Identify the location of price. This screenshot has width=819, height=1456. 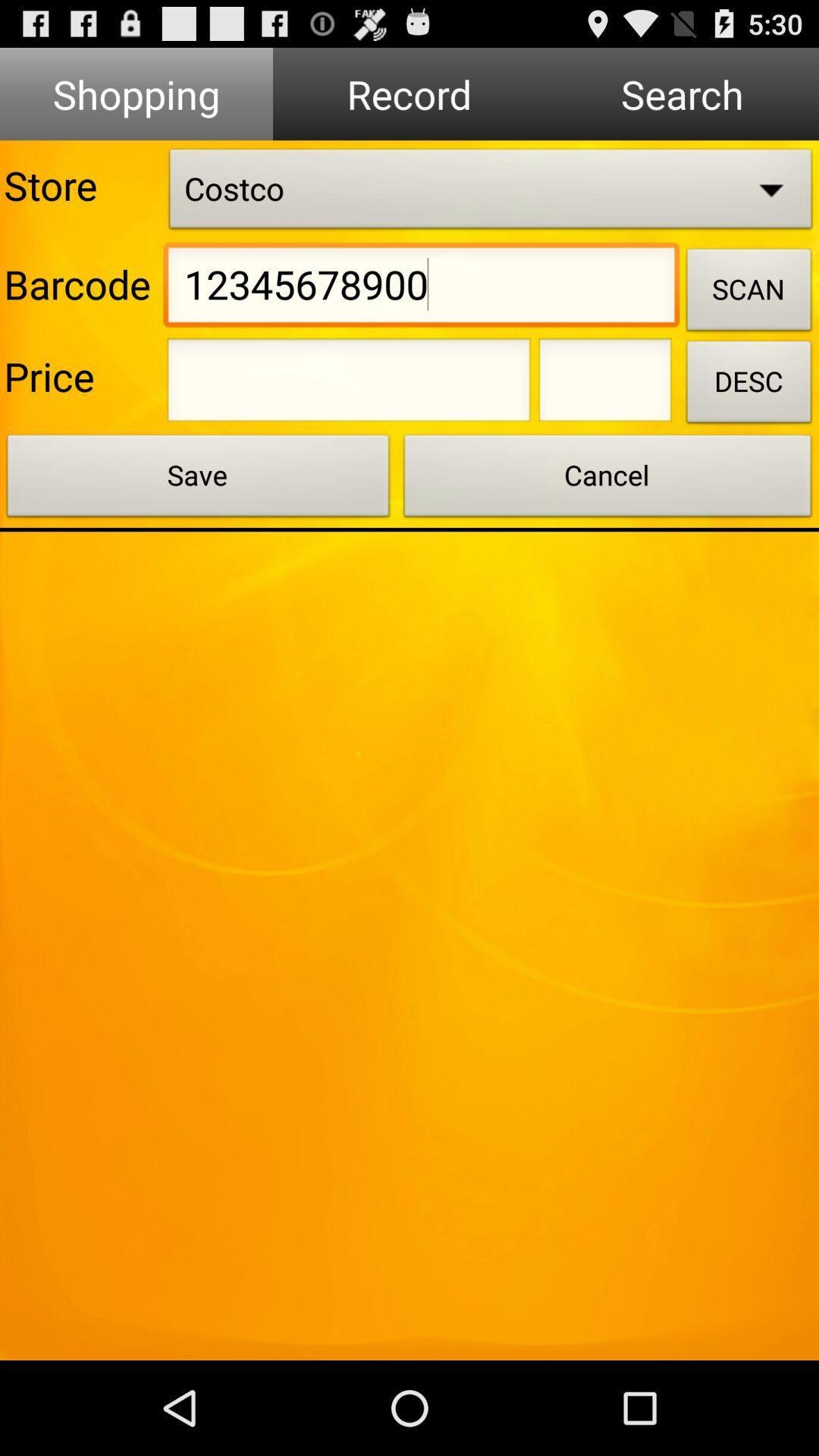
(349, 384).